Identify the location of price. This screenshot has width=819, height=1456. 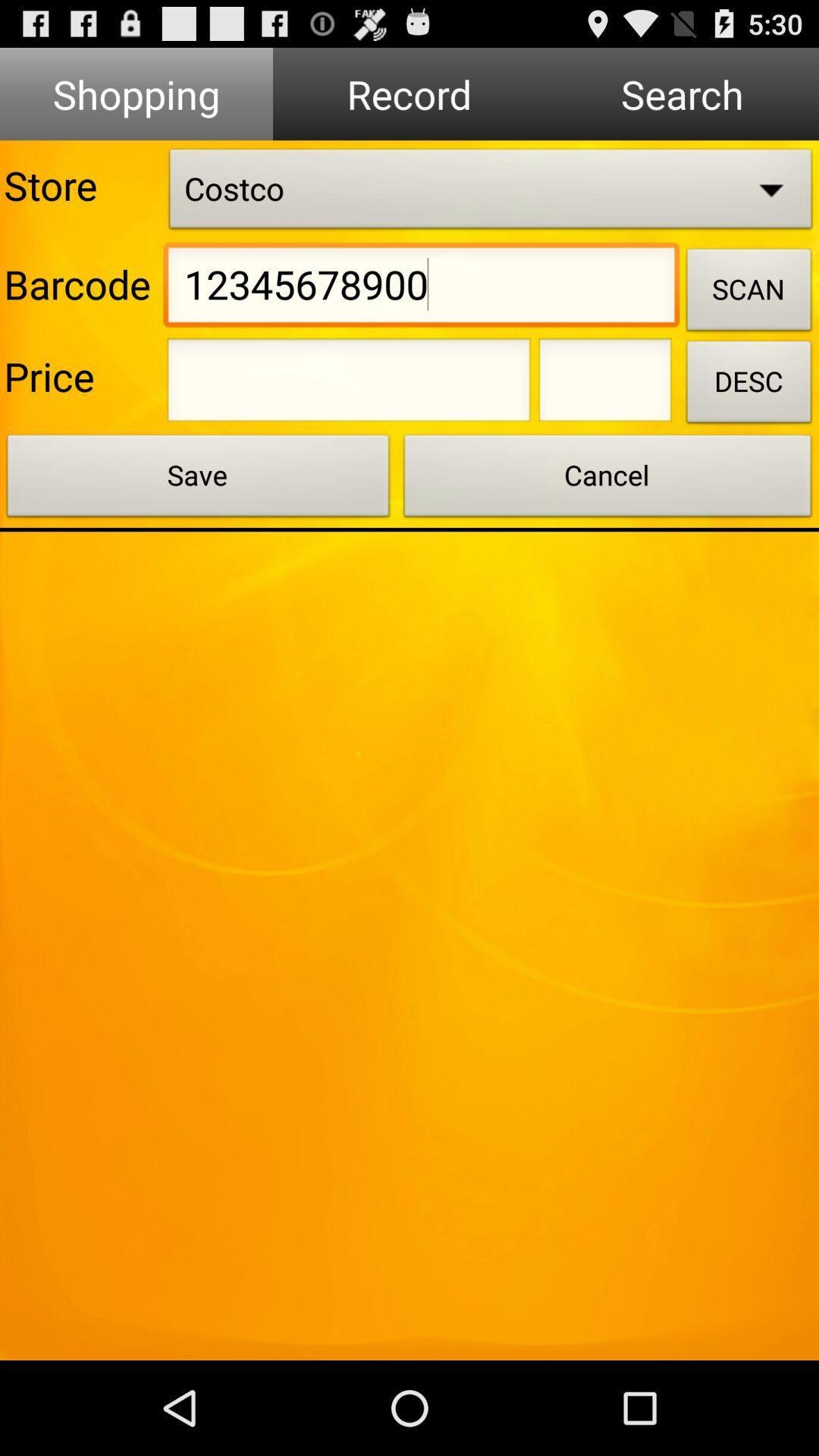
(349, 384).